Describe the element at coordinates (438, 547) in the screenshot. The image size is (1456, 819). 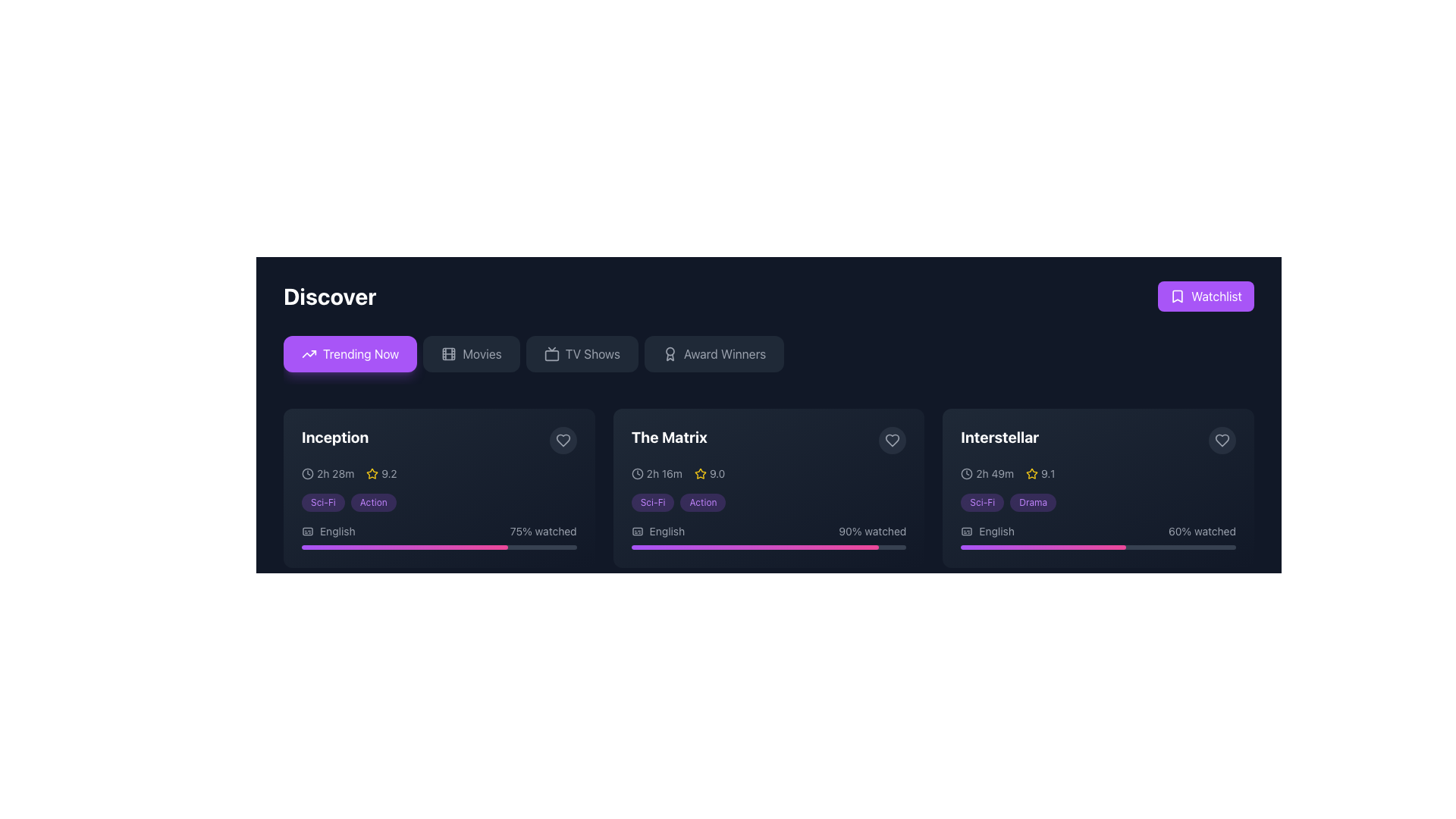
I see `the progress bar indicating that 75% of the movie 'Inception' has been watched, located below the 'English' text and the '75% watched' label` at that location.